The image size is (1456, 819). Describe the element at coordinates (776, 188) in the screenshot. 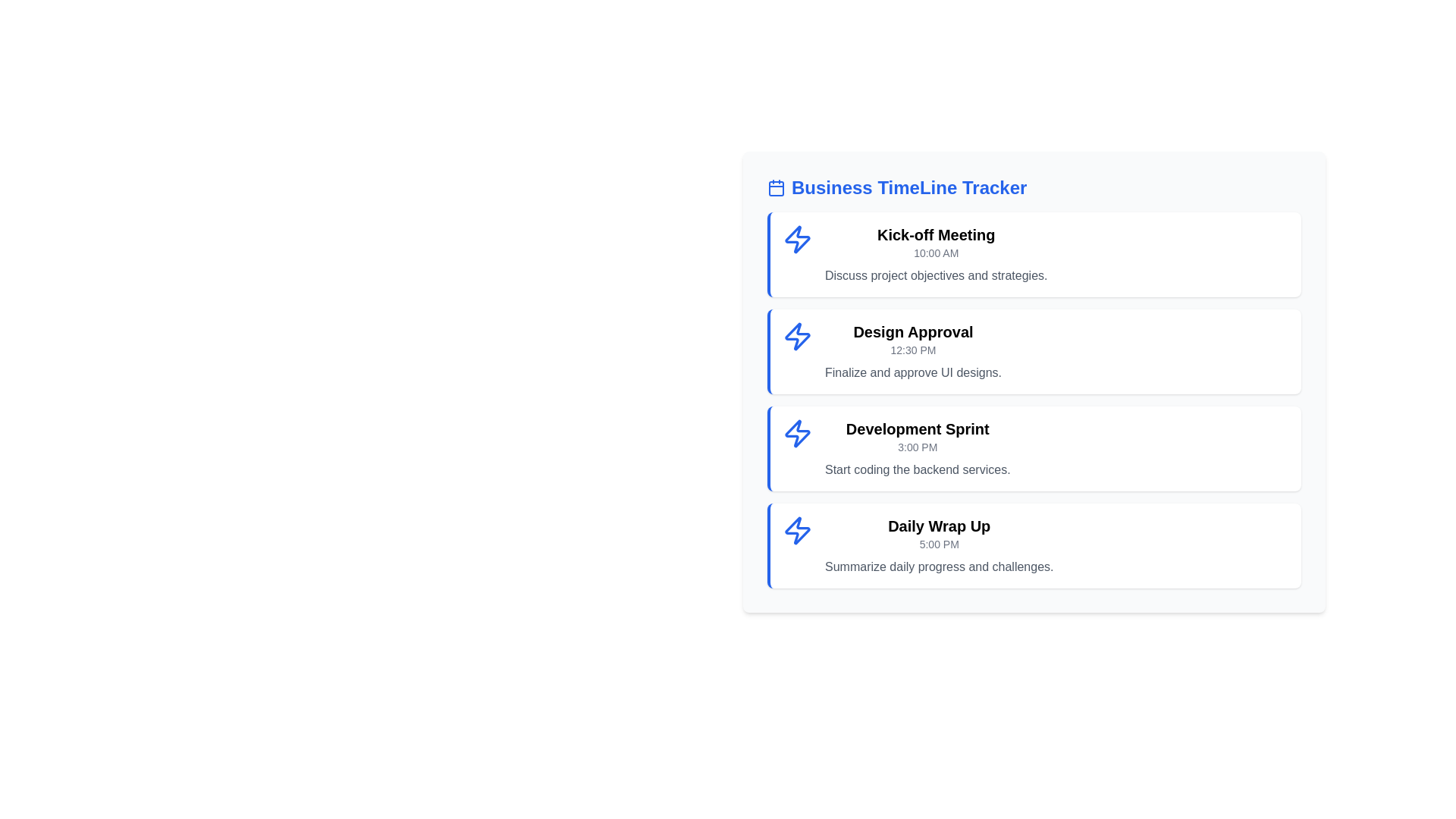

I see `the non-interactive SVG rectangle shape that serves as the main body of the calendar icon located near the 'Business TimeLine Tracker' title` at that location.